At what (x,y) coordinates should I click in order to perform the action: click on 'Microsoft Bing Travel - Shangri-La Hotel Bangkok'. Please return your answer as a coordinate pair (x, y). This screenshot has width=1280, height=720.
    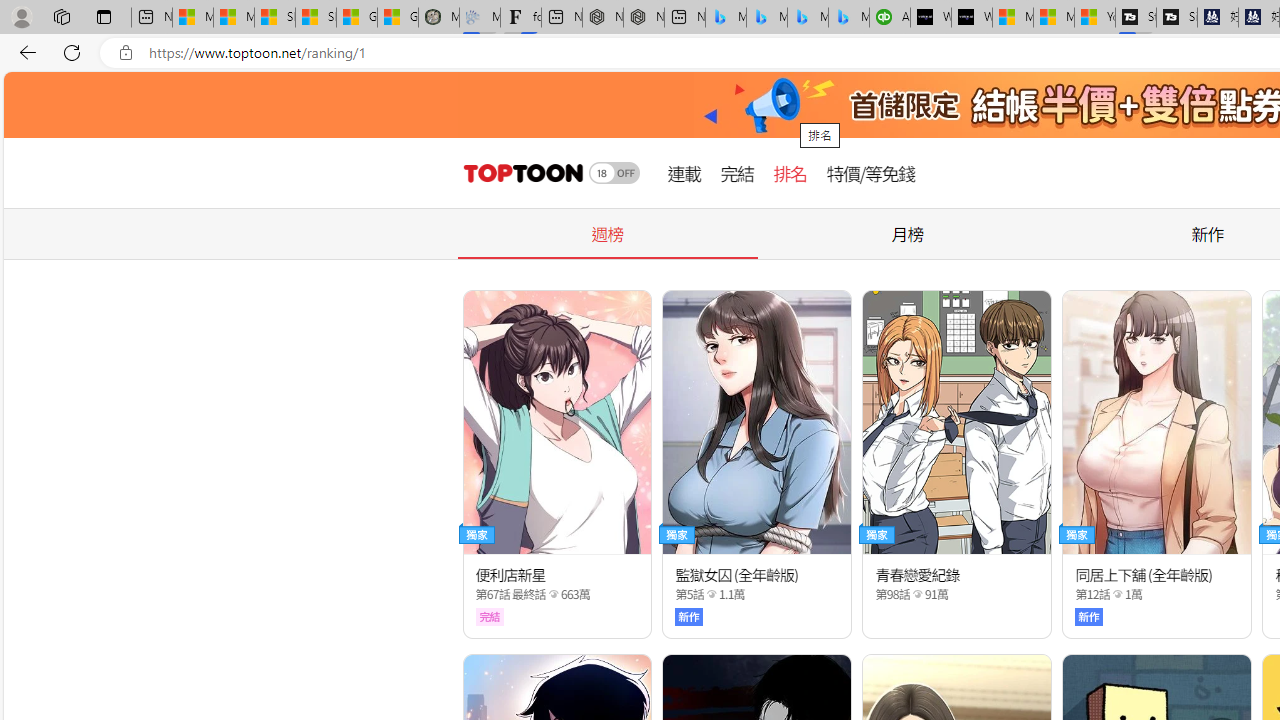
    Looking at the image, I should click on (849, 17).